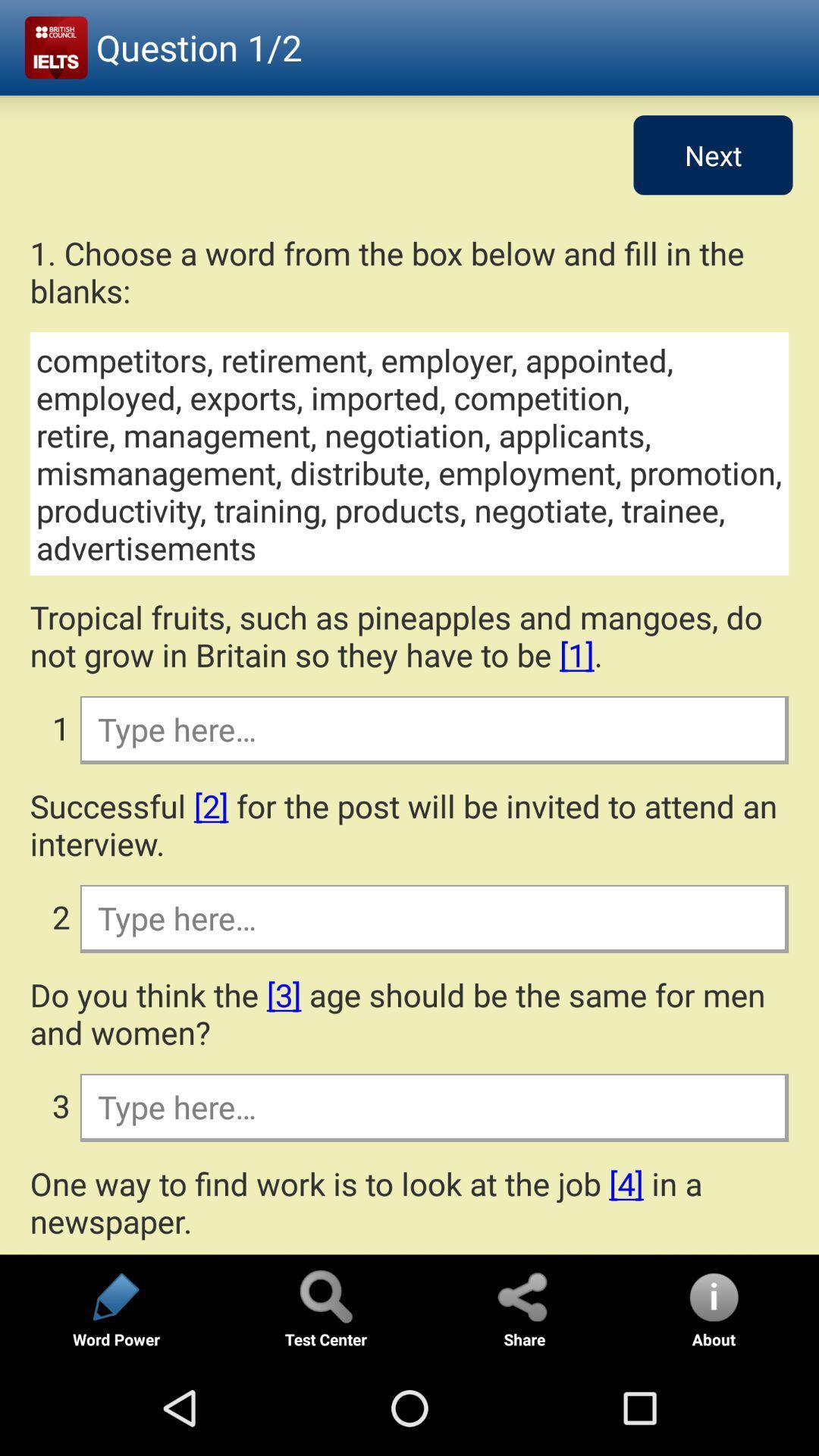  Describe the element at coordinates (433, 917) in the screenshot. I see `type box` at that location.